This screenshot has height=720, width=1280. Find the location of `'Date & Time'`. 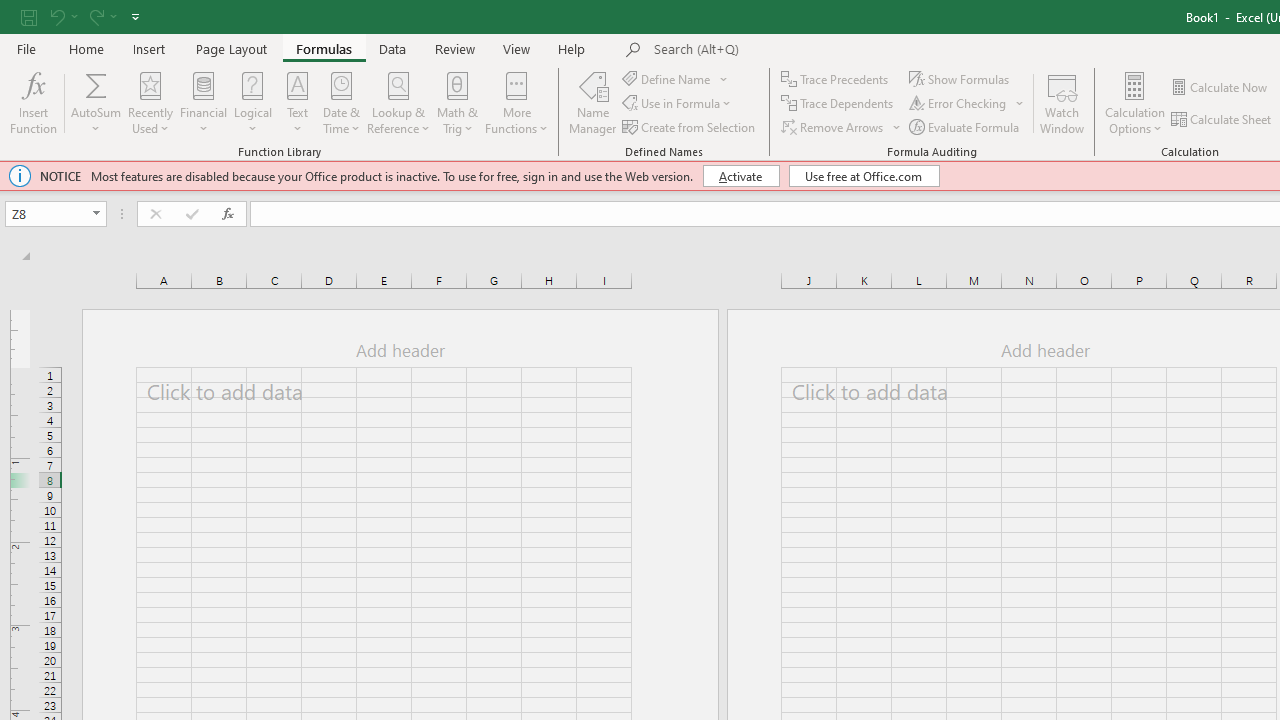

'Date & Time' is located at coordinates (342, 103).